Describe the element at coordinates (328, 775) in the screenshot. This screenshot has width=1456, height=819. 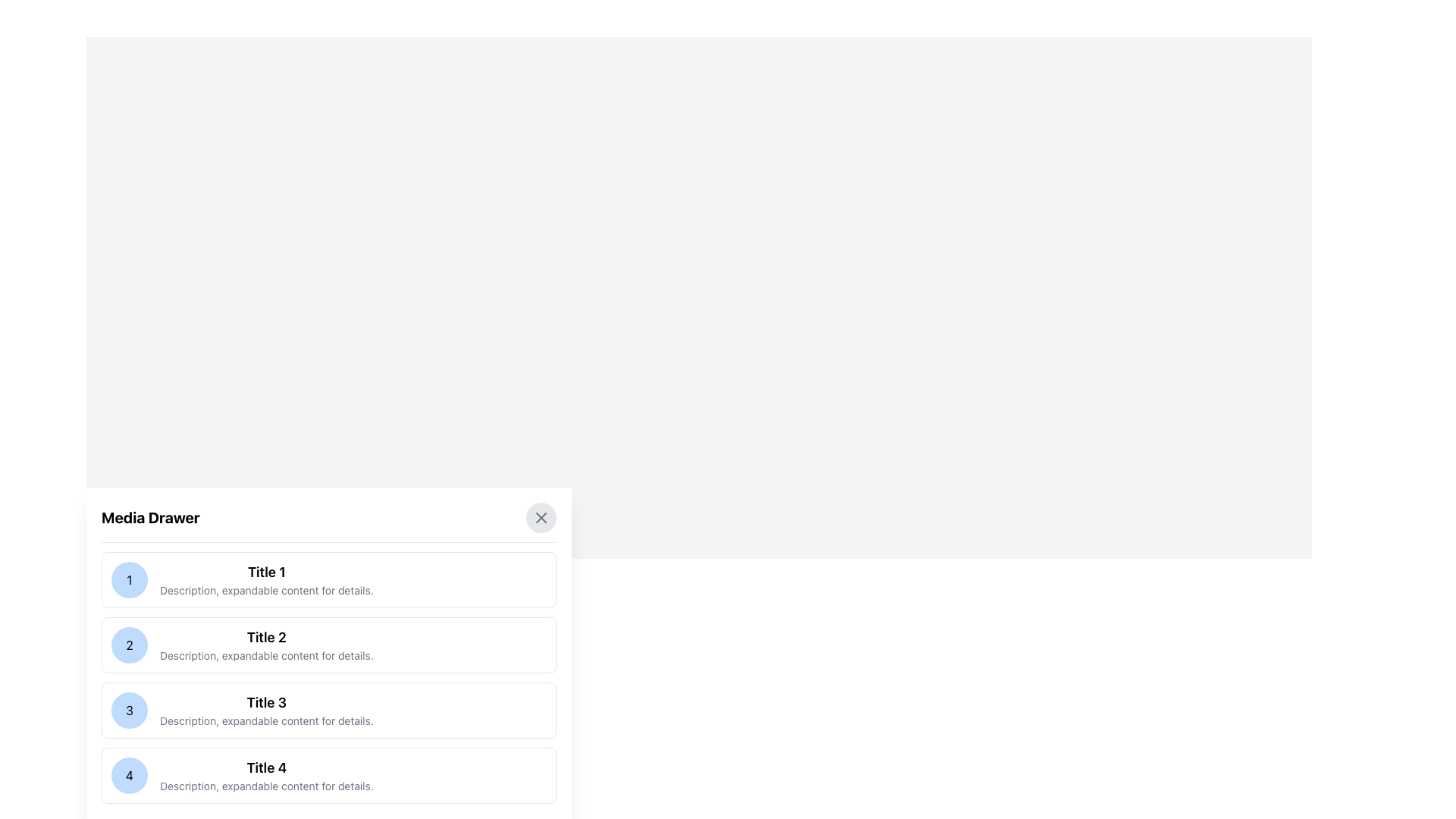
I see `the fourth card in the vertically stacked list that has a white background, rounded corners, a numeric badge with the number '4' in a blue circle, a bolded title 'Title 4', and a description text below it` at that location.